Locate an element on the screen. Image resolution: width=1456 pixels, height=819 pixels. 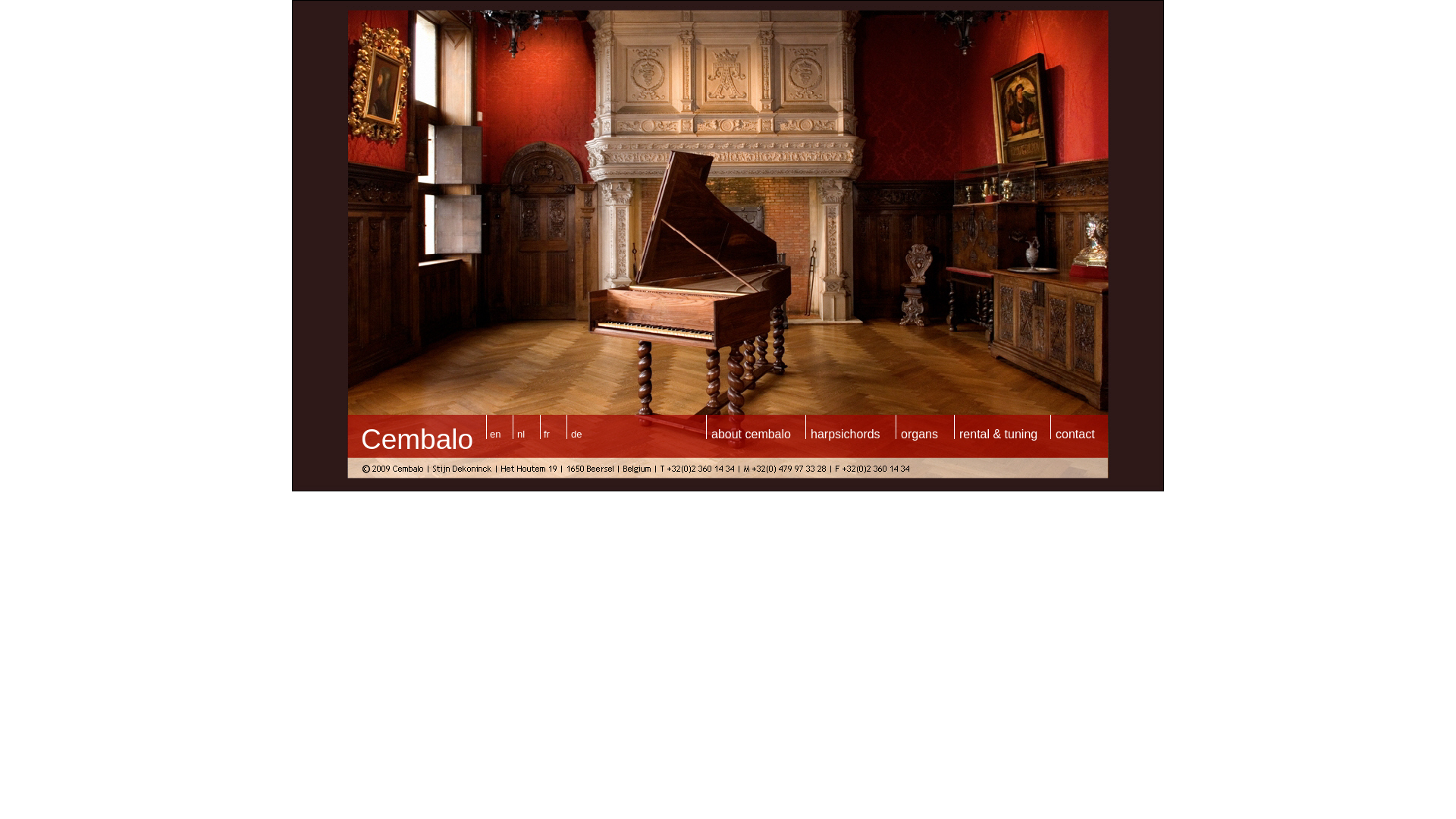
'organs' is located at coordinates (918, 434).